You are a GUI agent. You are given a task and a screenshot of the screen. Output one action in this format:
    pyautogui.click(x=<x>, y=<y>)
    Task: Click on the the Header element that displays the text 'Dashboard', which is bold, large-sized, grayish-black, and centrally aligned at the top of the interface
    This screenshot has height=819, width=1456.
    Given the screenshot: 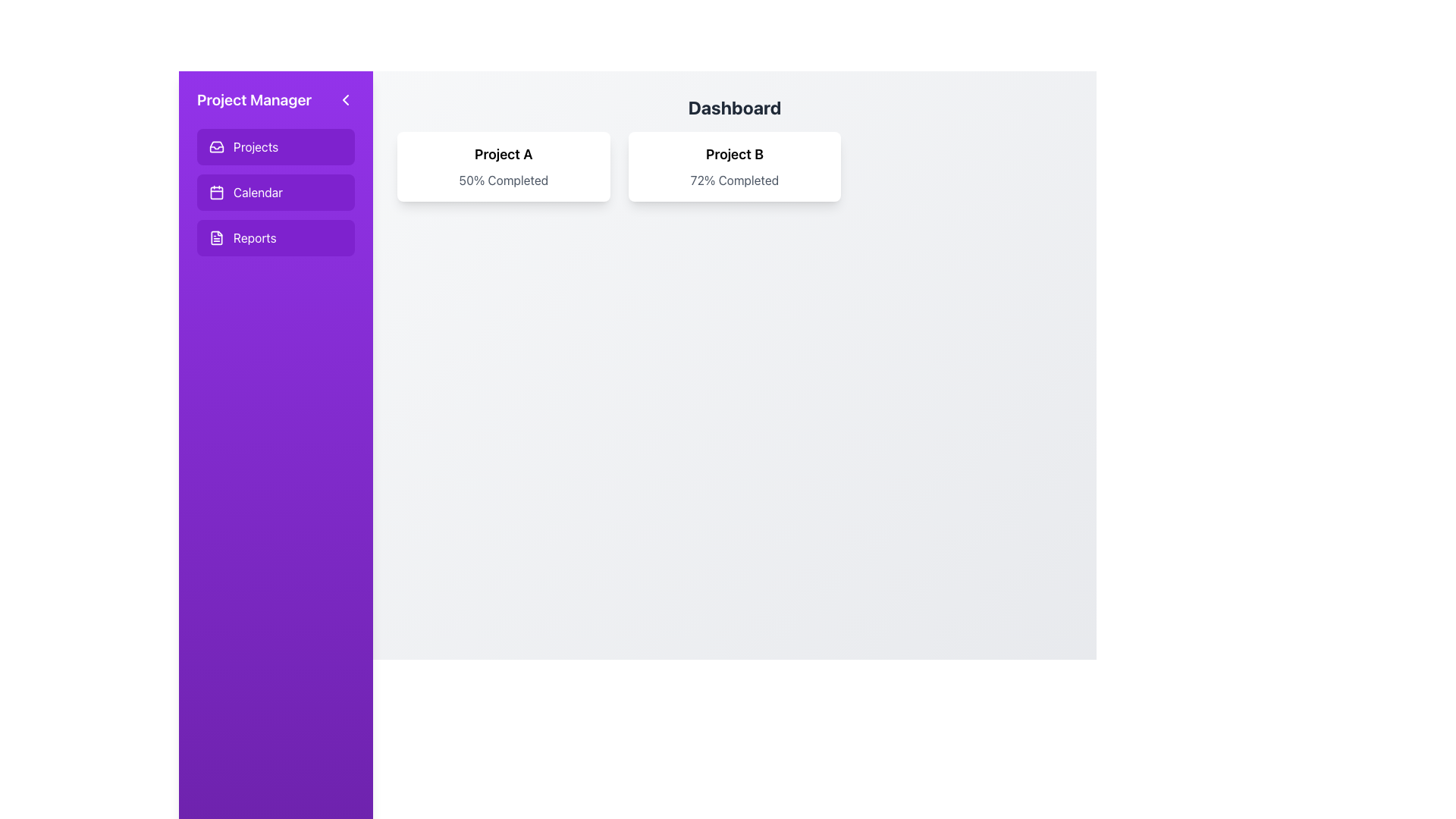 What is the action you would take?
    pyautogui.click(x=735, y=107)
    